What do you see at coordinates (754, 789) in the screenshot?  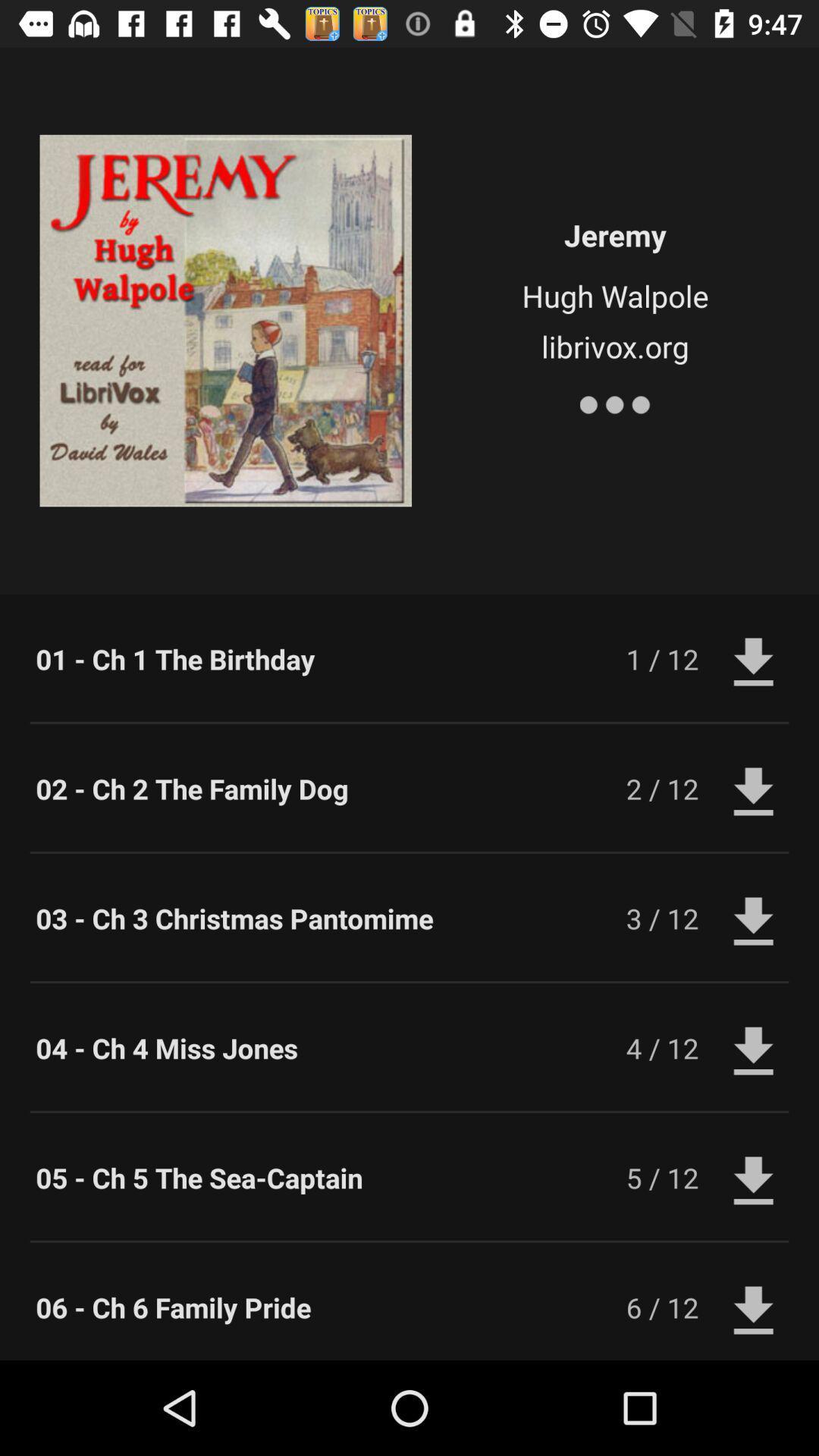 I see `the second download icon from the right top of the page` at bounding box center [754, 789].